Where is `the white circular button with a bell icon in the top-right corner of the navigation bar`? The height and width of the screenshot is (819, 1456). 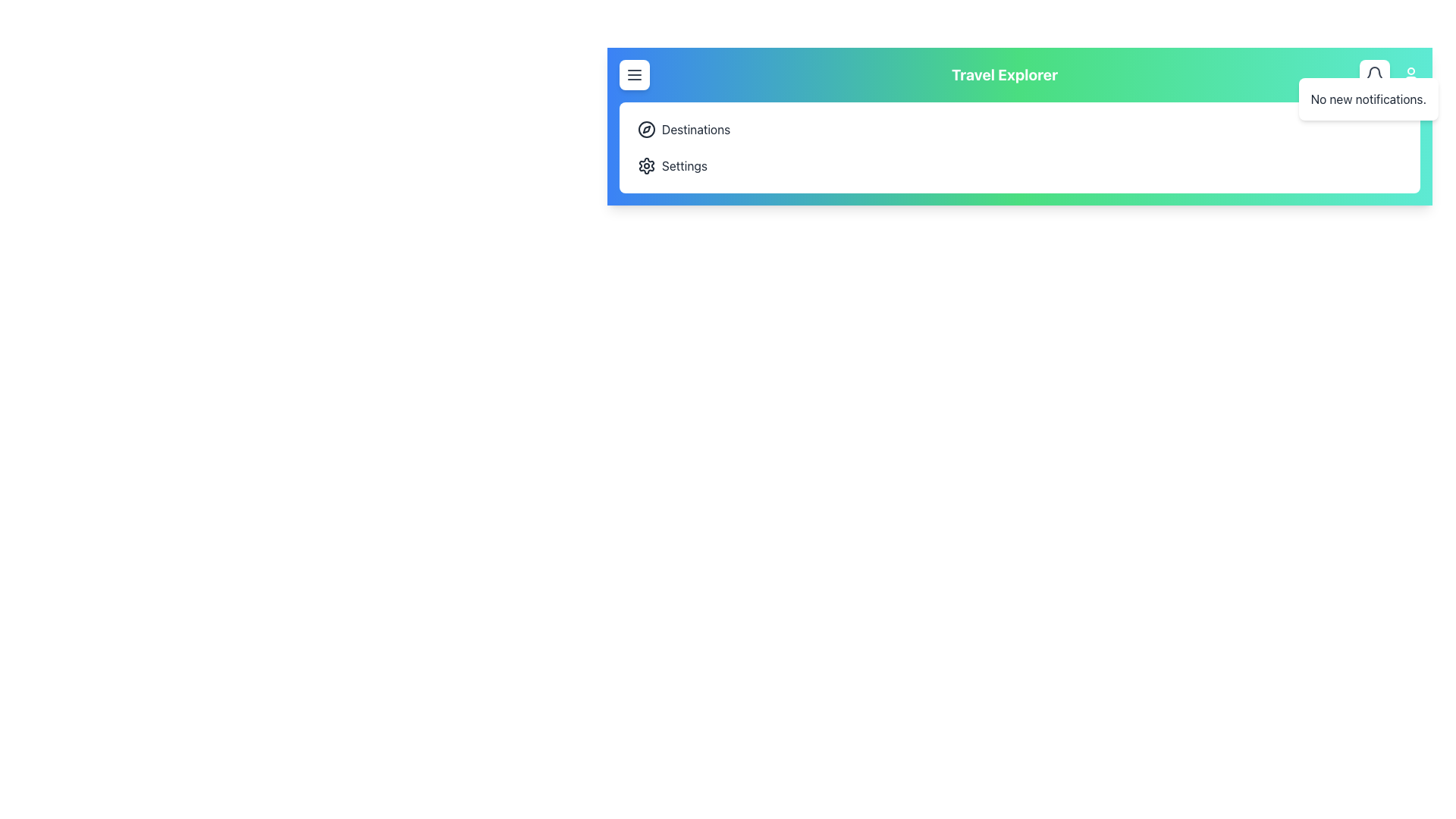
the white circular button with a bell icon in the top-right corner of the navigation bar is located at coordinates (1375, 75).